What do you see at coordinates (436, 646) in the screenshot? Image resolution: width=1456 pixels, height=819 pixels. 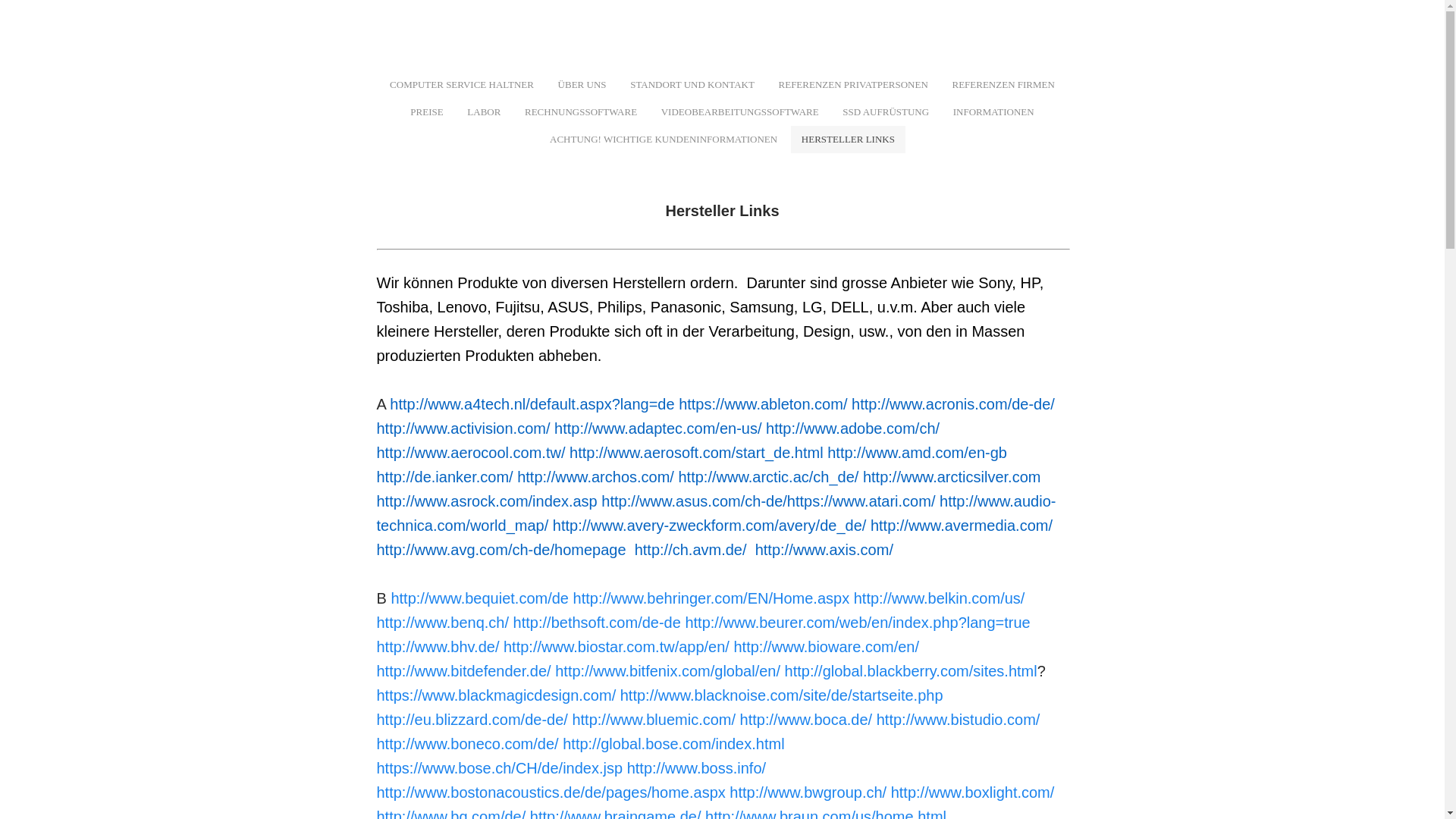 I see `'http://www.bhv.de/'` at bounding box center [436, 646].